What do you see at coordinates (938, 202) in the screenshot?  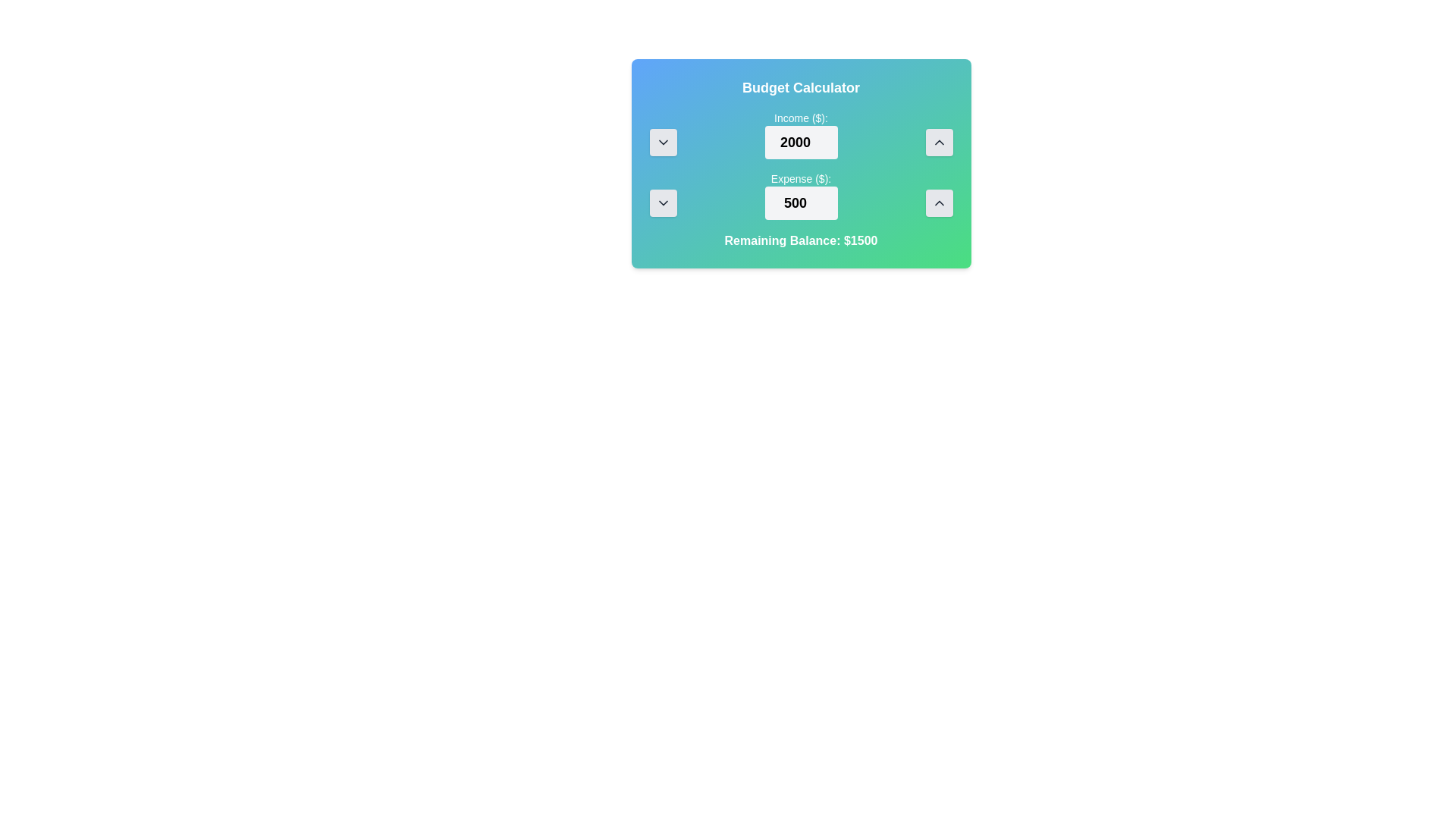 I see `the upward triangular icon within the button located at the right side of the 'Expense ($)' field in the 'Budget Calculator' interface` at bounding box center [938, 202].